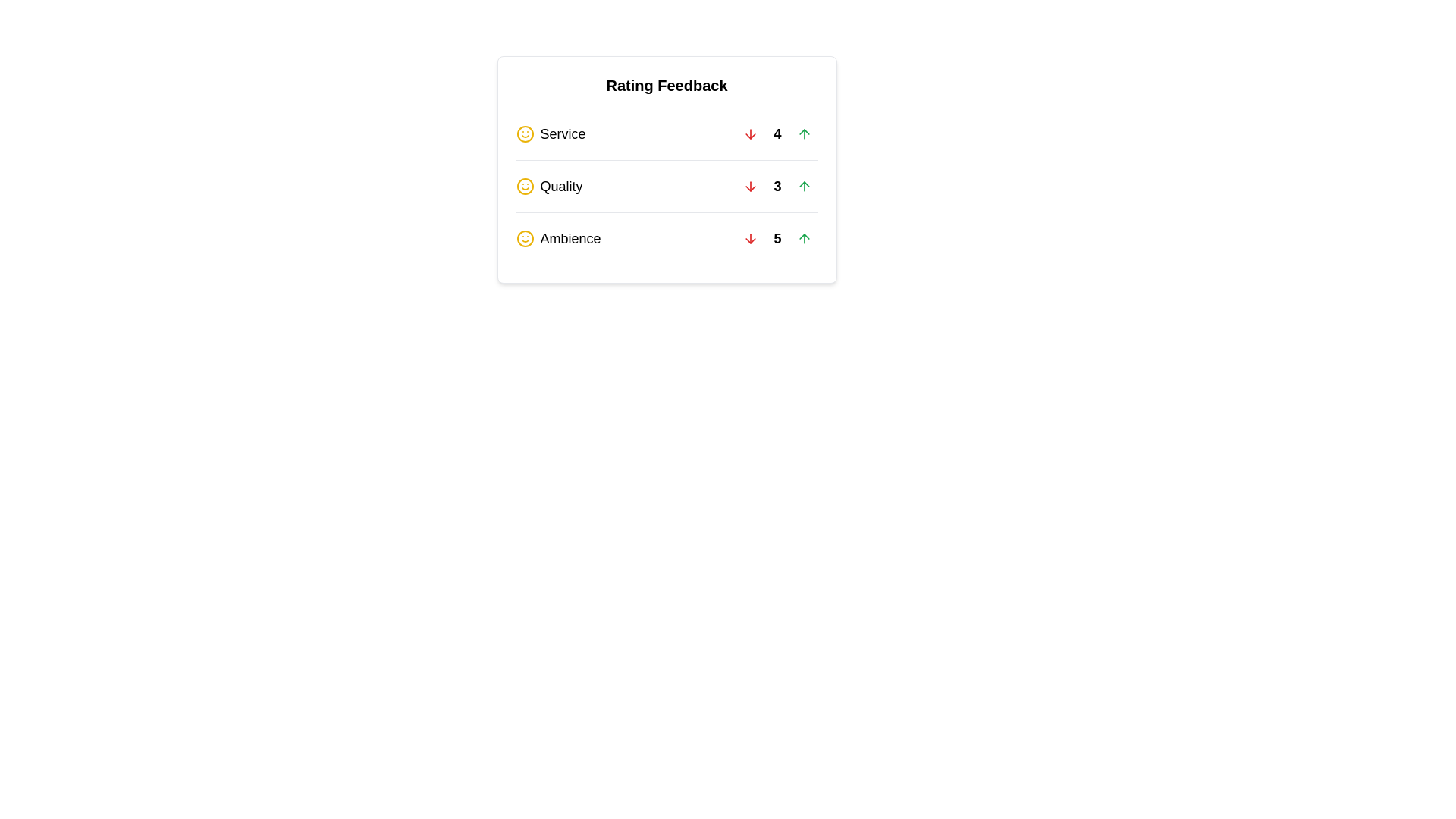  What do you see at coordinates (777, 239) in the screenshot?
I see `the numerical rating score of 5 located in the last row of the 'Rating Feedback' section, positioned between a red down arrow and a green up arrow` at bounding box center [777, 239].